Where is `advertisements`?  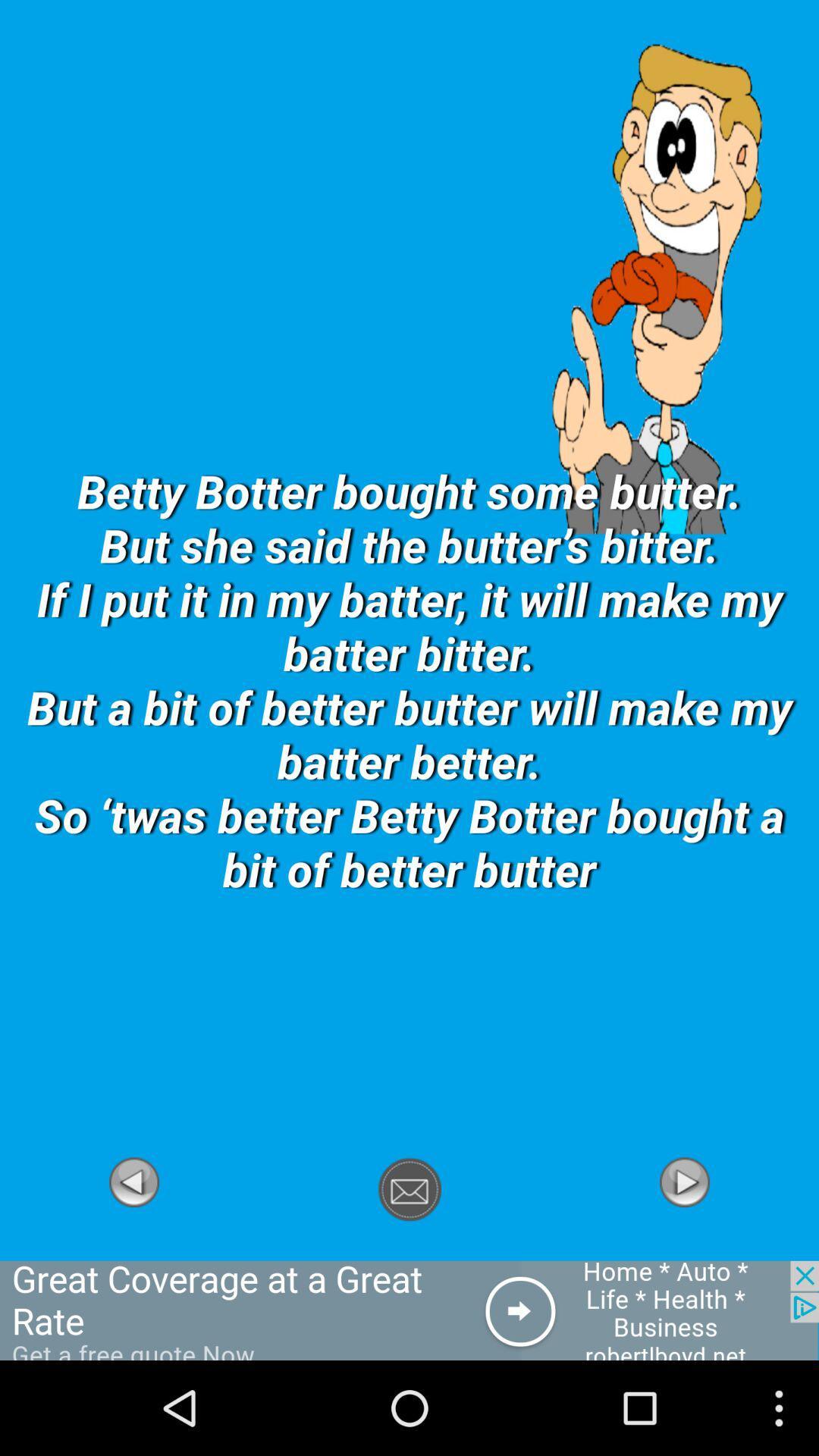 advertisements is located at coordinates (409, 1310).